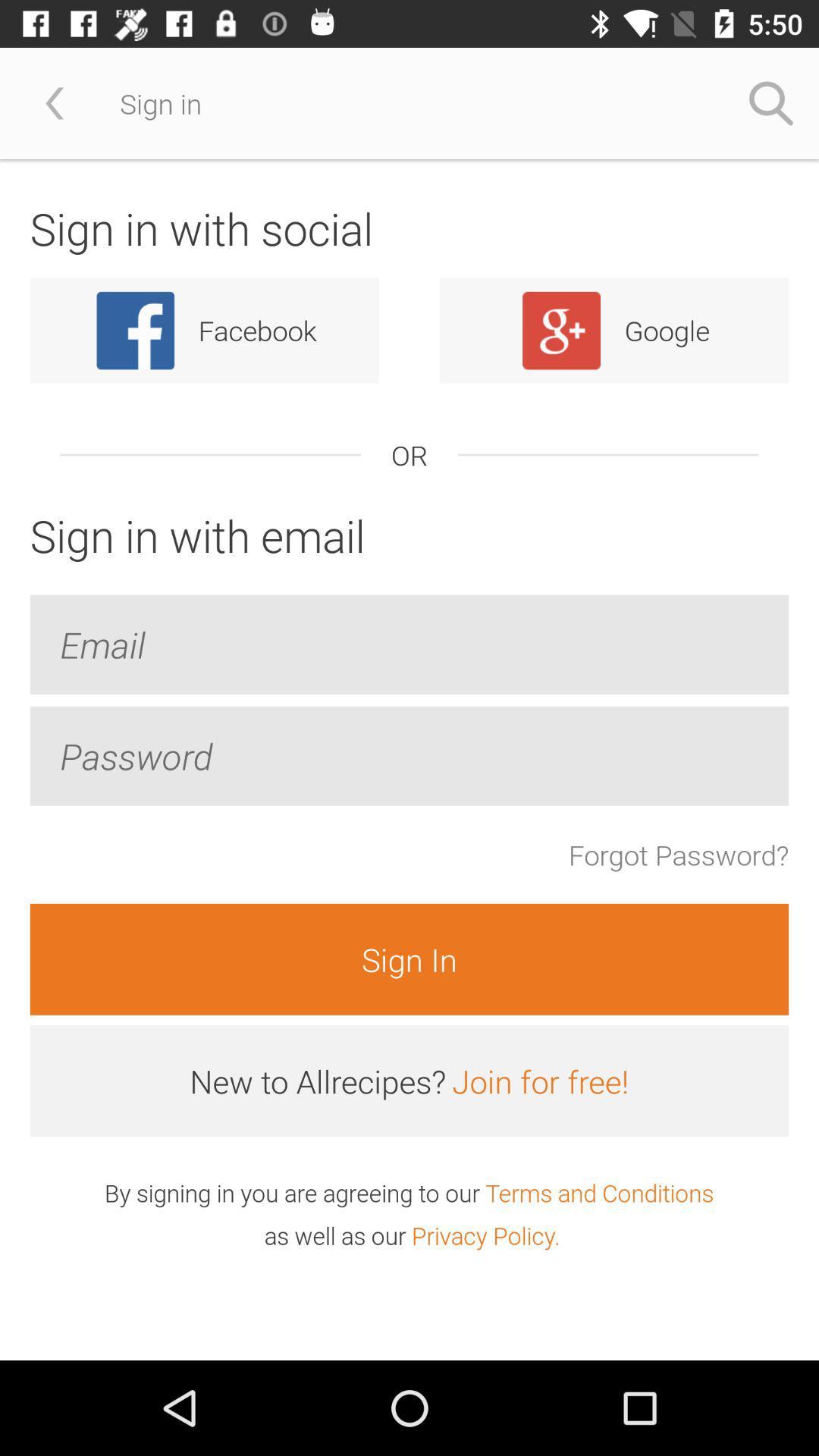 This screenshot has height=1456, width=819. What do you see at coordinates (55, 102) in the screenshot?
I see `item above sign in with item` at bounding box center [55, 102].